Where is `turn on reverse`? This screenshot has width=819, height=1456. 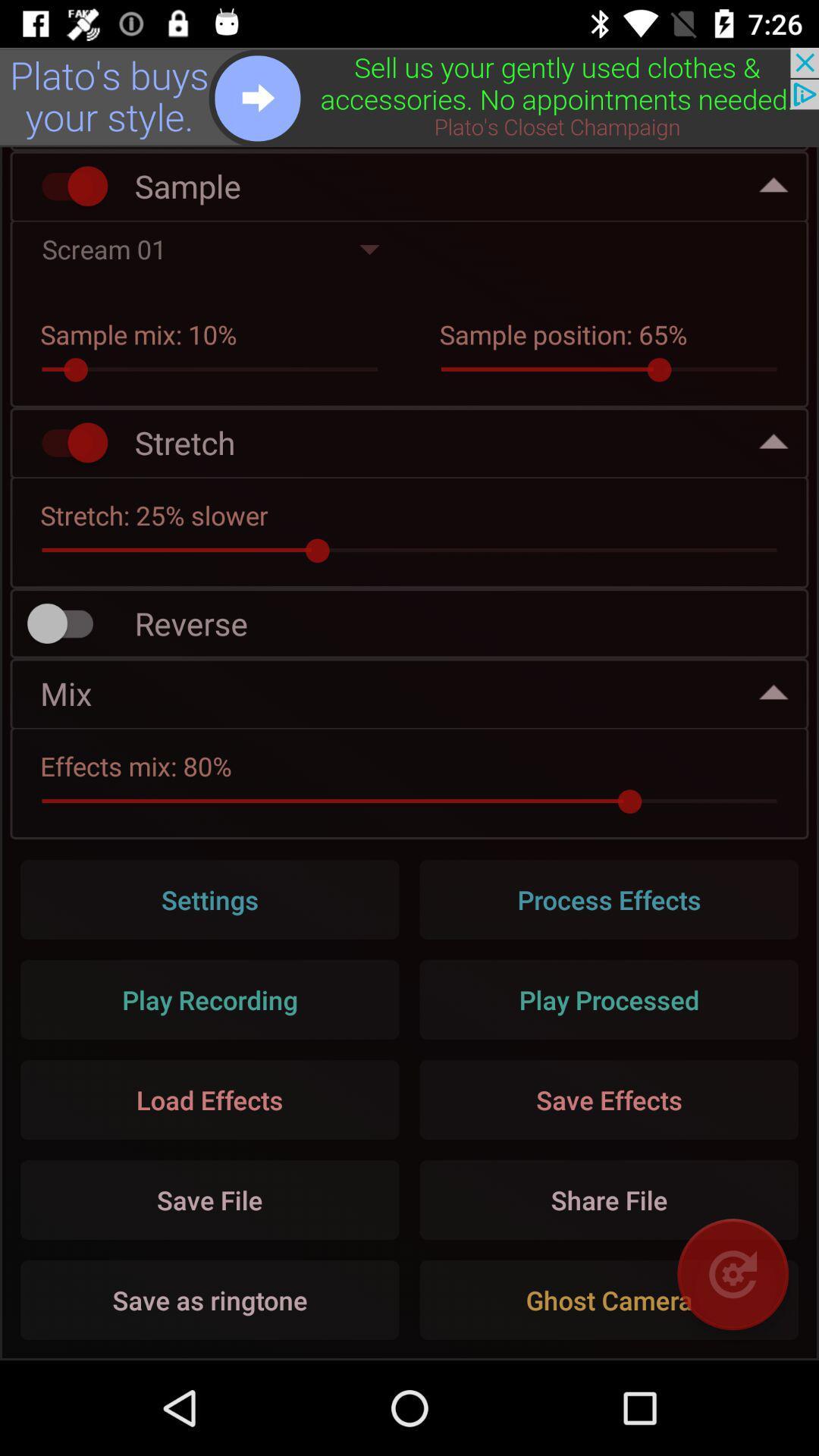
turn on reverse is located at coordinates (67, 623).